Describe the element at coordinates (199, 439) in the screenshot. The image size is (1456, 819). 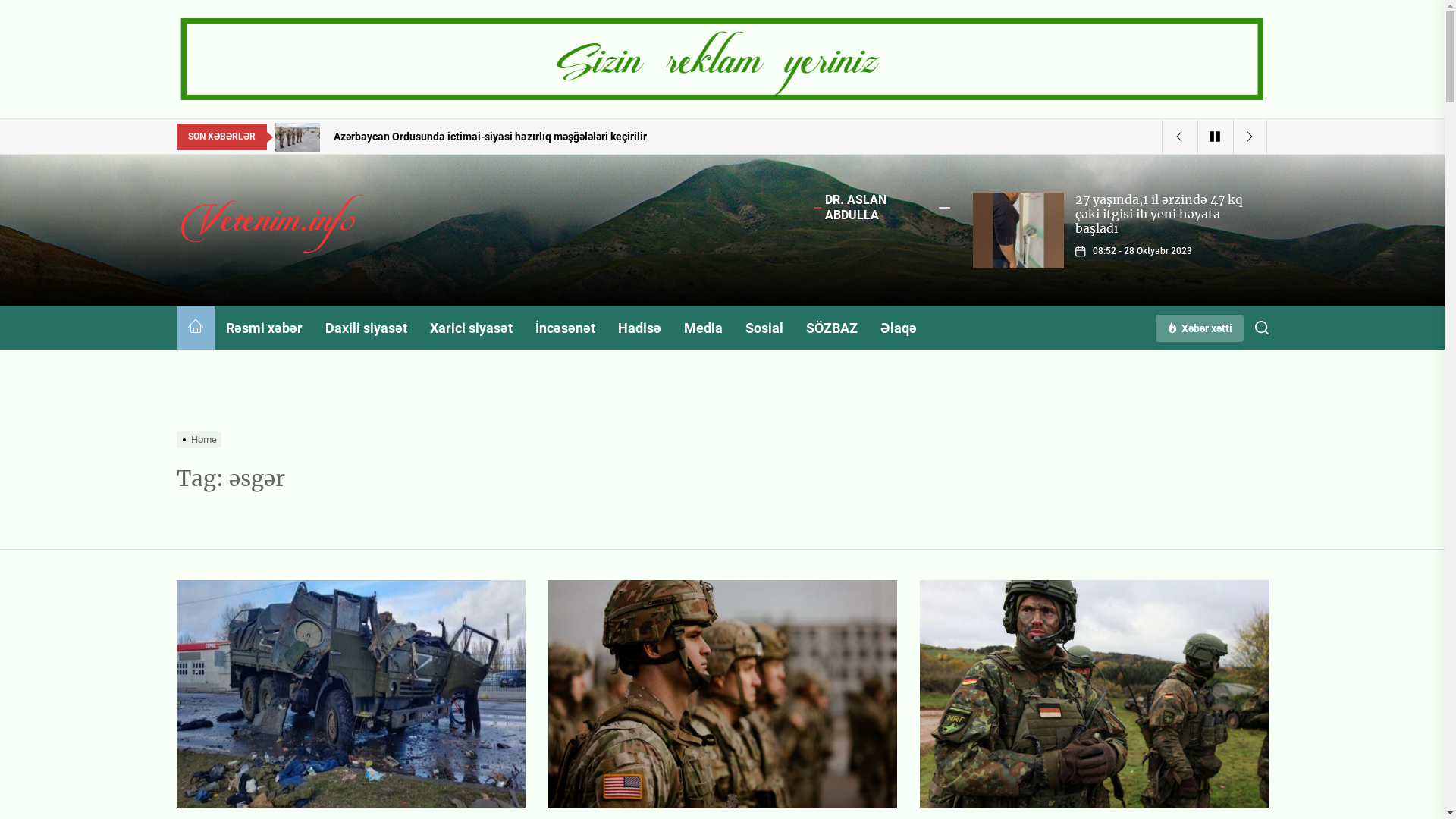
I see `'Home'` at that location.